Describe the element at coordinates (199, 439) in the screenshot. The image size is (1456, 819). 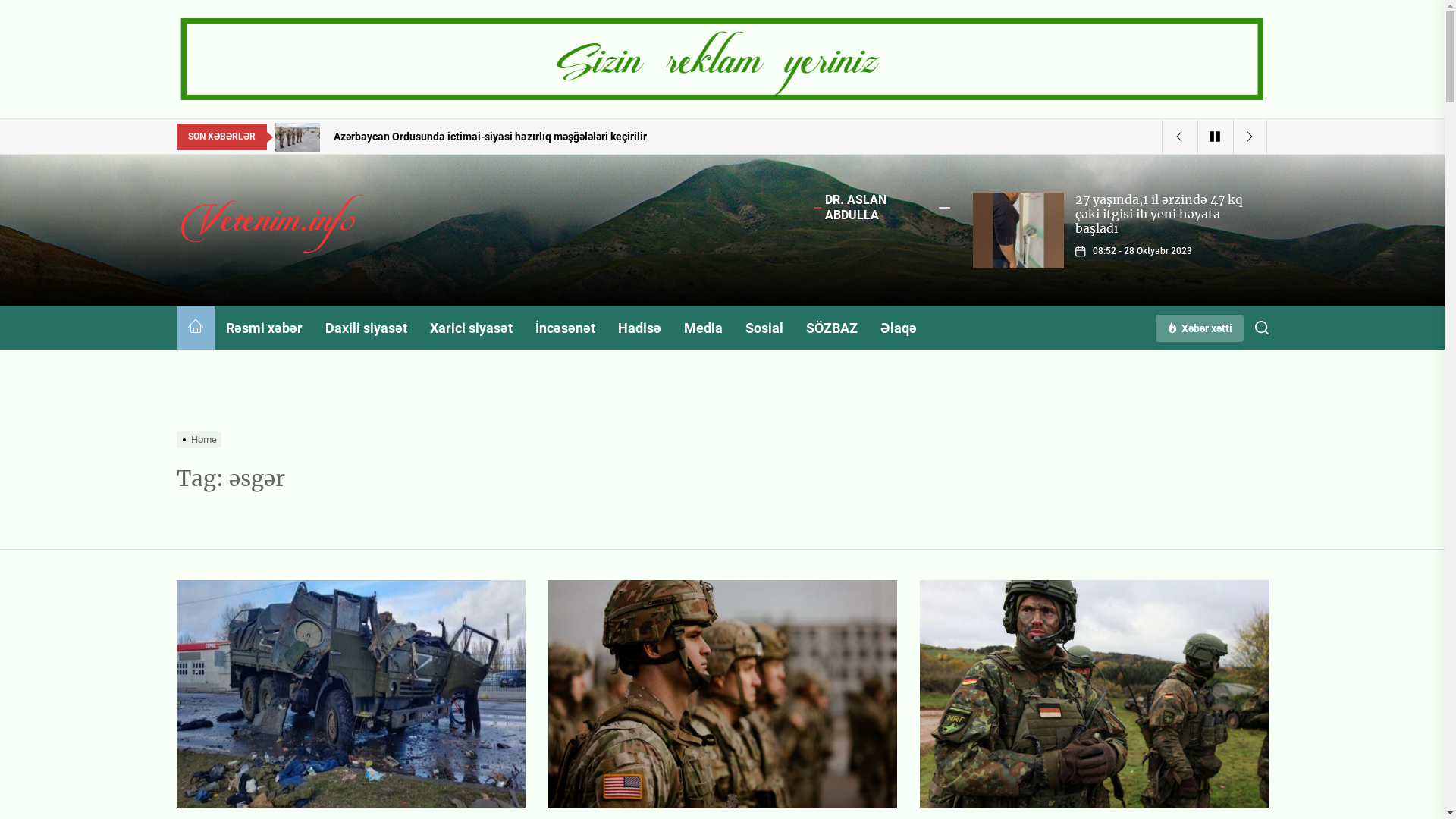
I see `'Home'` at that location.